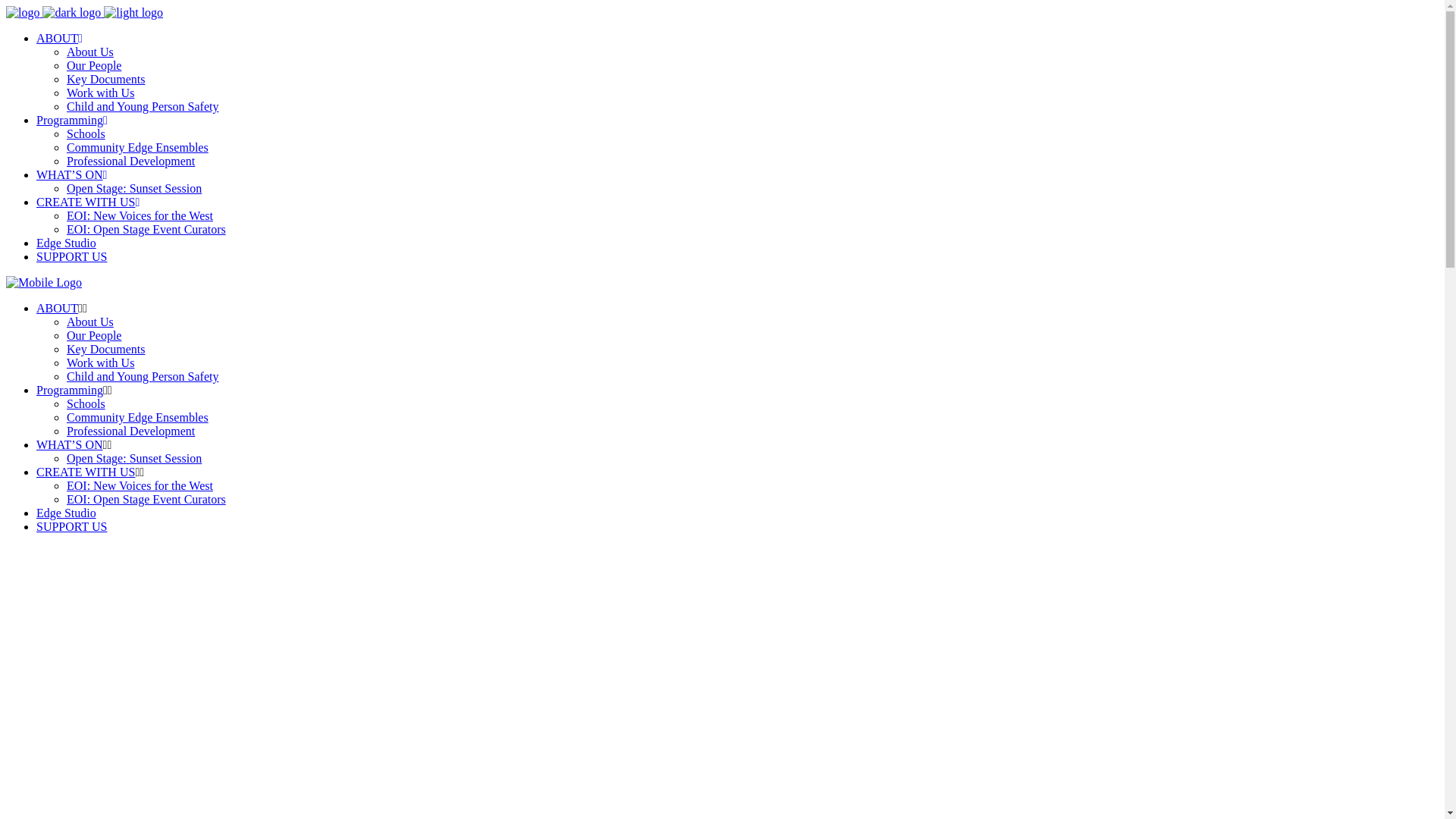 This screenshot has width=1456, height=819. Describe the element at coordinates (105, 349) in the screenshot. I see `'Key Documents'` at that location.